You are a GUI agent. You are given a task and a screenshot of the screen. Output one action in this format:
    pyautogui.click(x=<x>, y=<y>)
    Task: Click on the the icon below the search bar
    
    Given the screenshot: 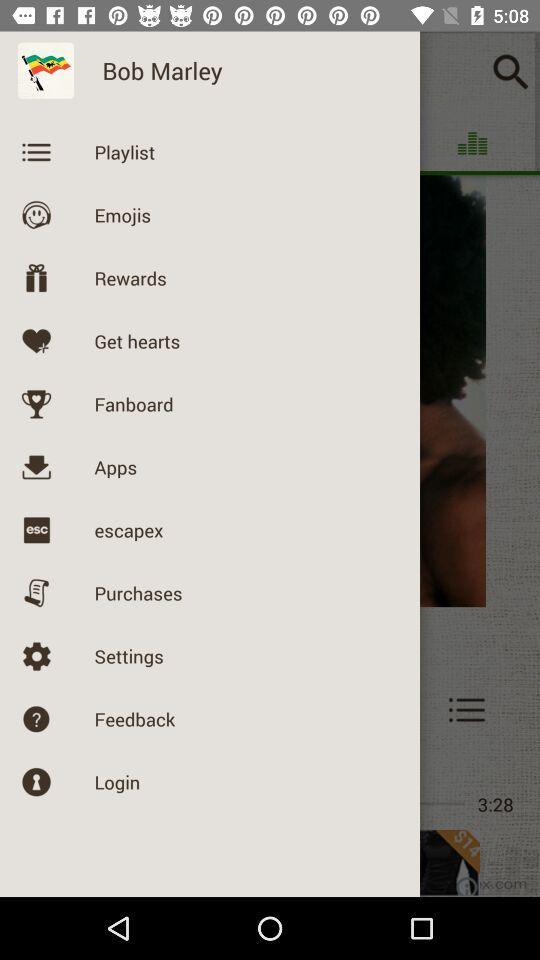 What is the action you would take?
    pyautogui.click(x=472, y=142)
    